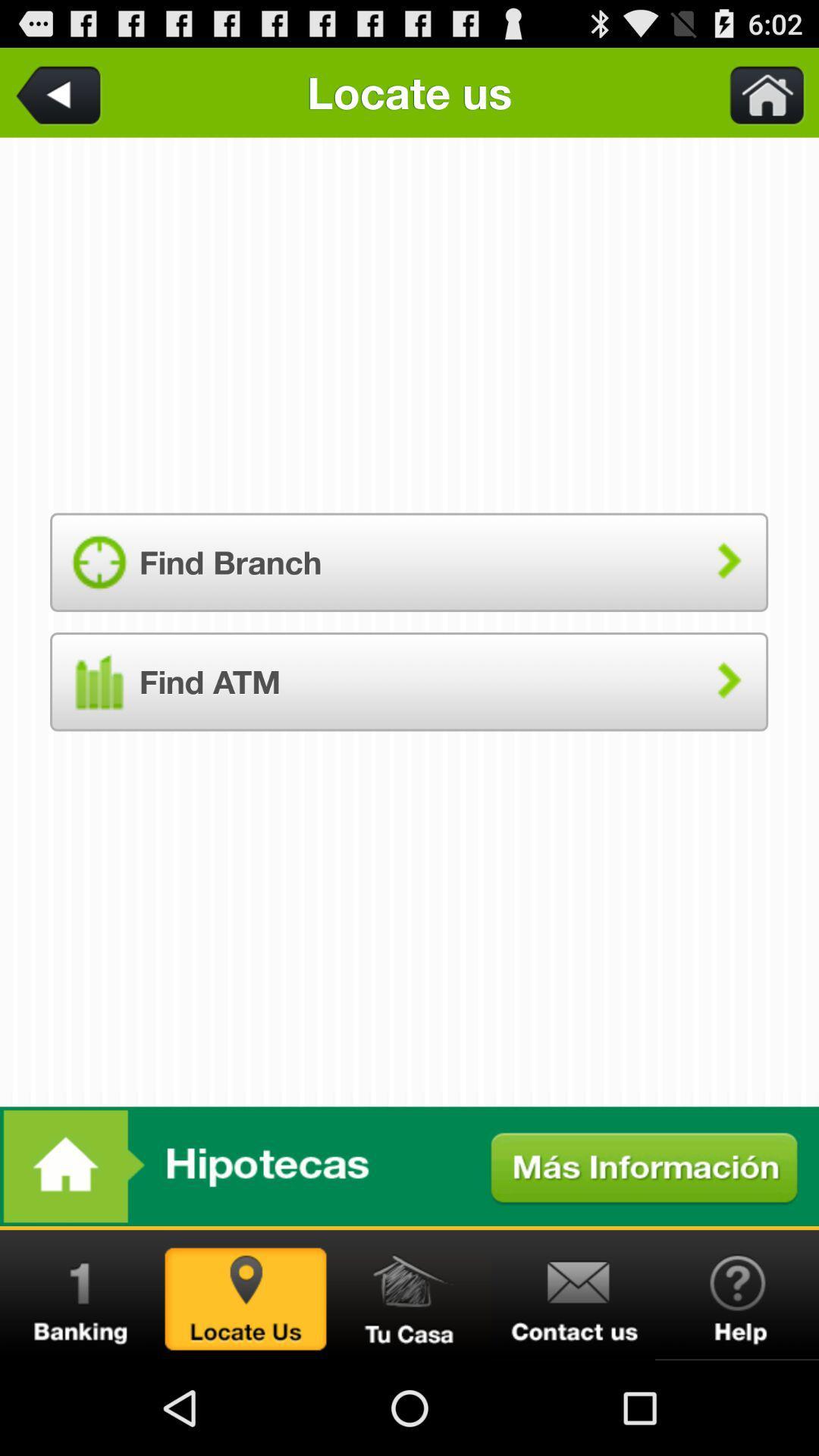 Image resolution: width=819 pixels, height=1456 pixels. I want to click on go home, so click(758, 92).